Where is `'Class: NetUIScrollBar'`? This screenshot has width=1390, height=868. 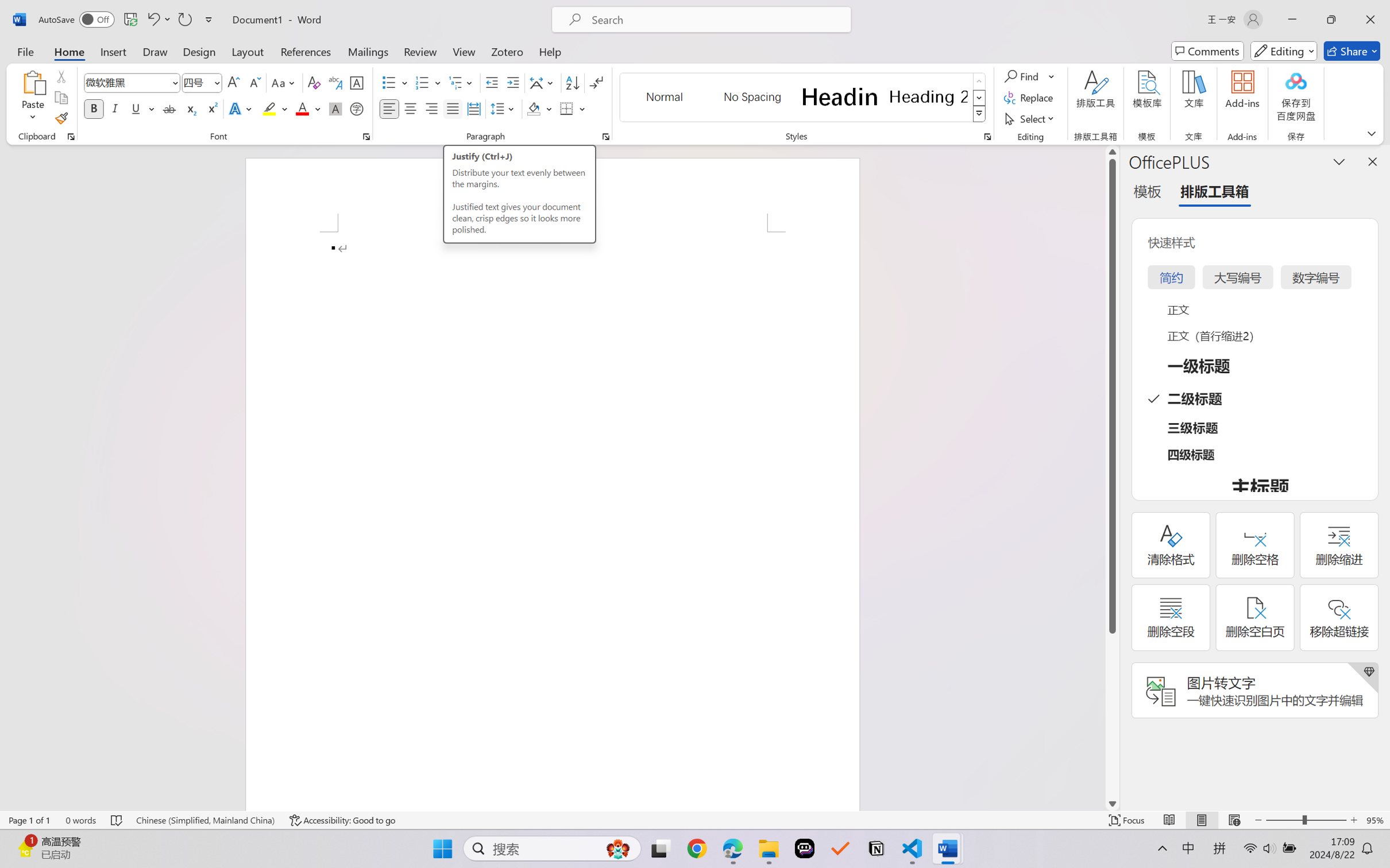
'Class: NetUIScrollBar' is located at coordinates (1112, 477).